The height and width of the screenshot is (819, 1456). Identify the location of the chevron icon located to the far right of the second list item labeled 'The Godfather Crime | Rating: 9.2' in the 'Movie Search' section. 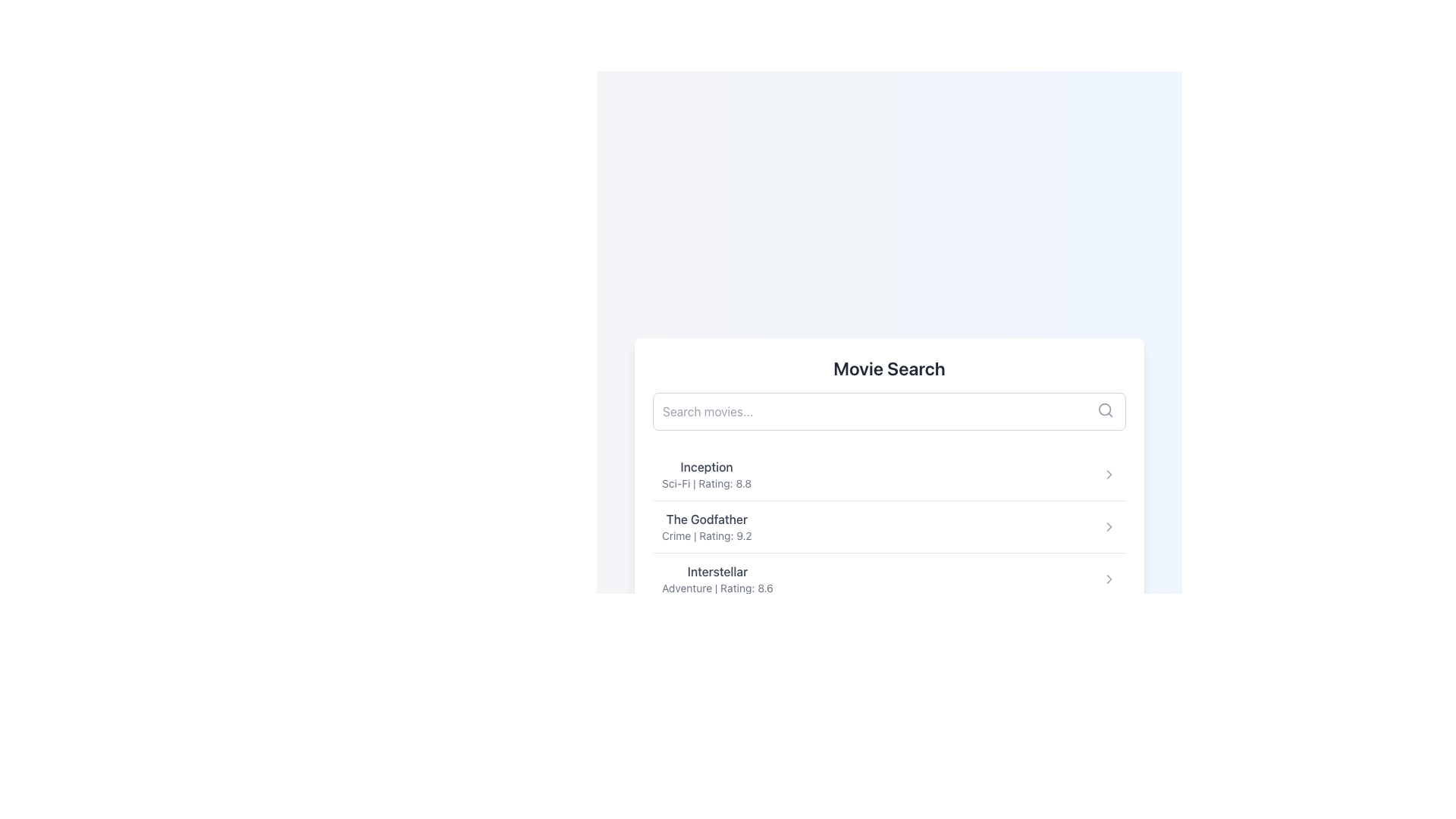
(1109, 526).